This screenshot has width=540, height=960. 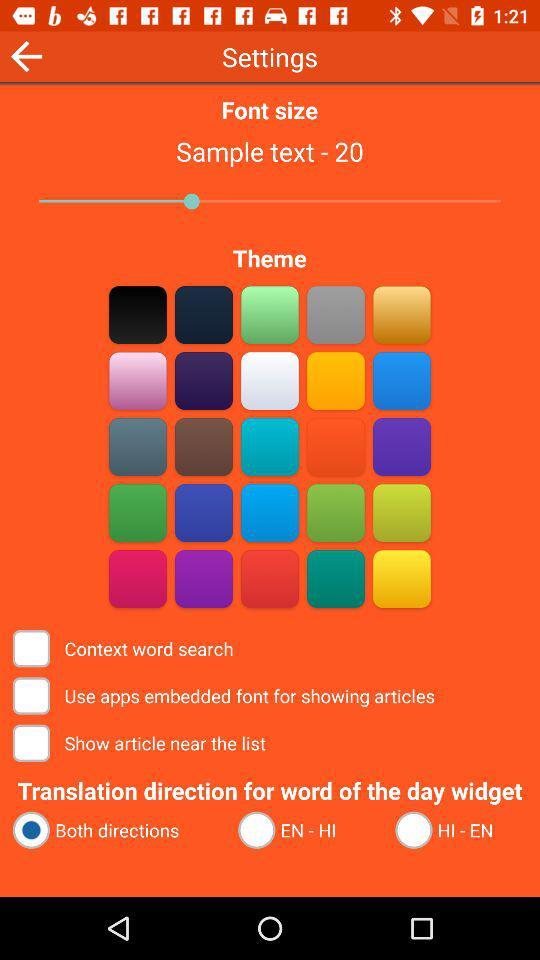 What do you see at coordinates (137, 380) in the screenshot?
I see `go do couler` at bounding box center [137, 380].